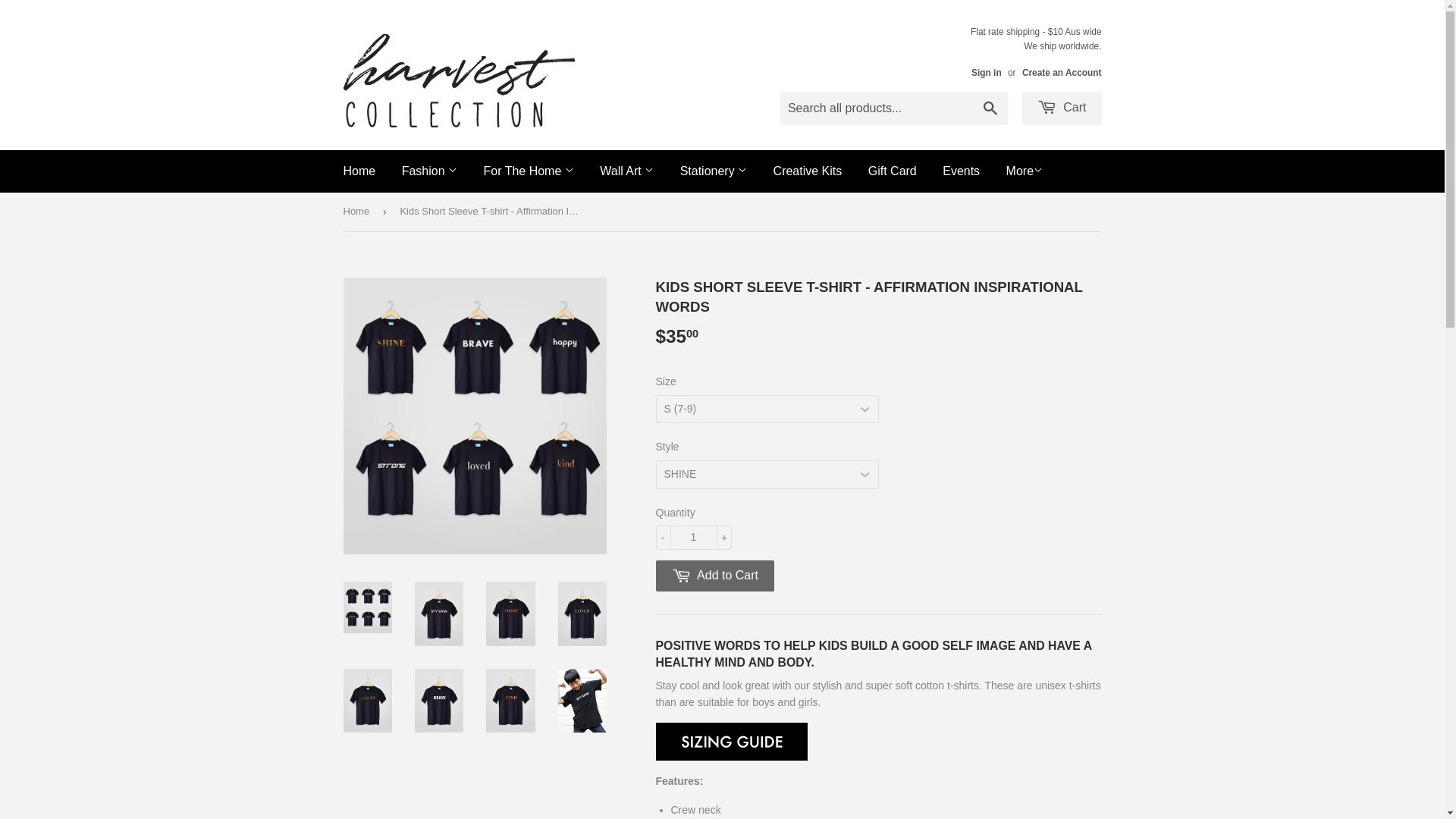 The width and height of the screenshot is (1456, 819). What do you see at coordinates (1061, 107) in the screenshot?
I see `'Cart'` at bounding box center [1061, 107].